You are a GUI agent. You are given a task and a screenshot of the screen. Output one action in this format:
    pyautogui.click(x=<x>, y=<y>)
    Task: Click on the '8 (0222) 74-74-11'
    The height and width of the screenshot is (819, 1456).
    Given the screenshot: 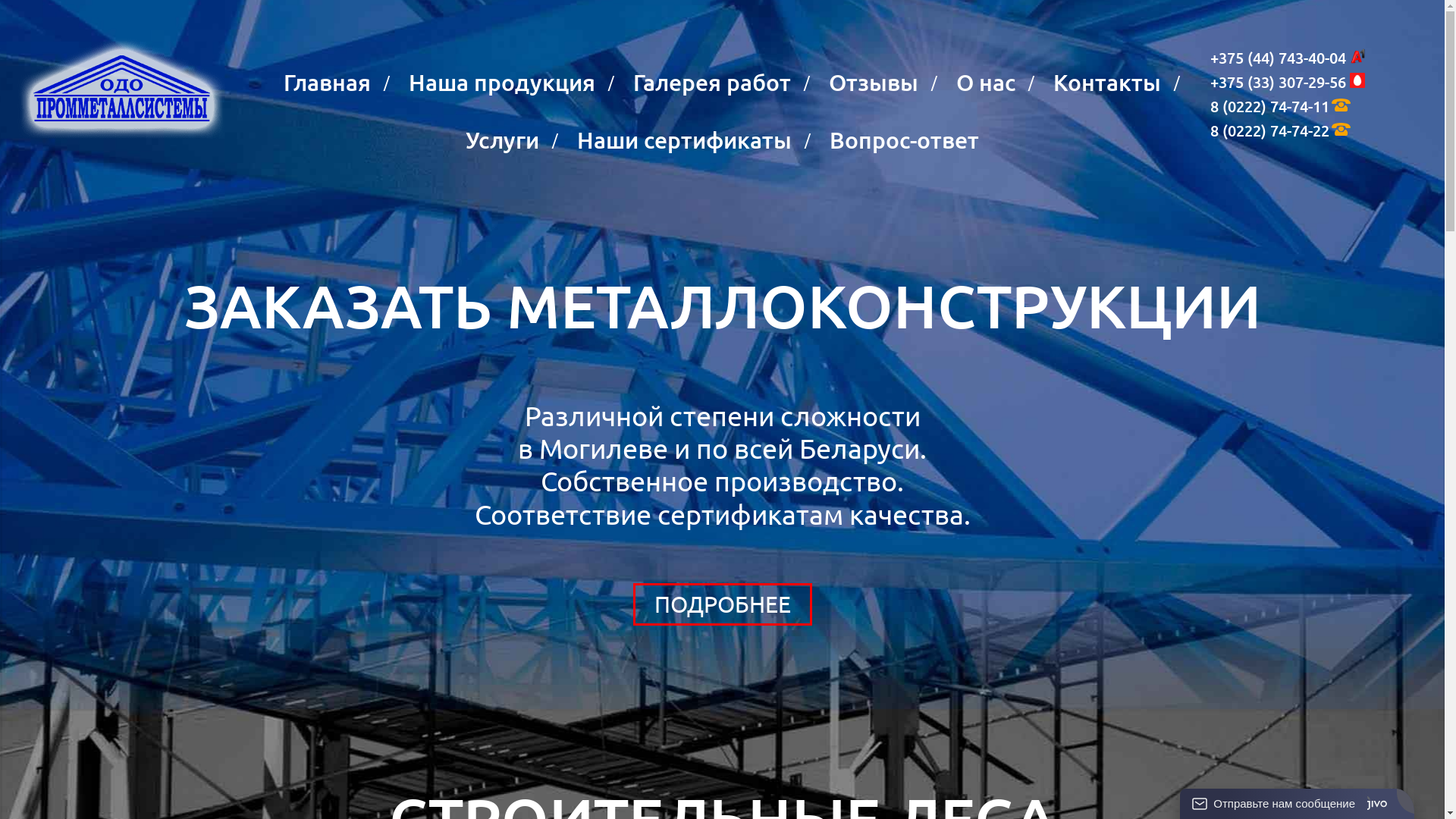 What is the action you would take?
    pyautogui.click(x=1269, y=105)
    